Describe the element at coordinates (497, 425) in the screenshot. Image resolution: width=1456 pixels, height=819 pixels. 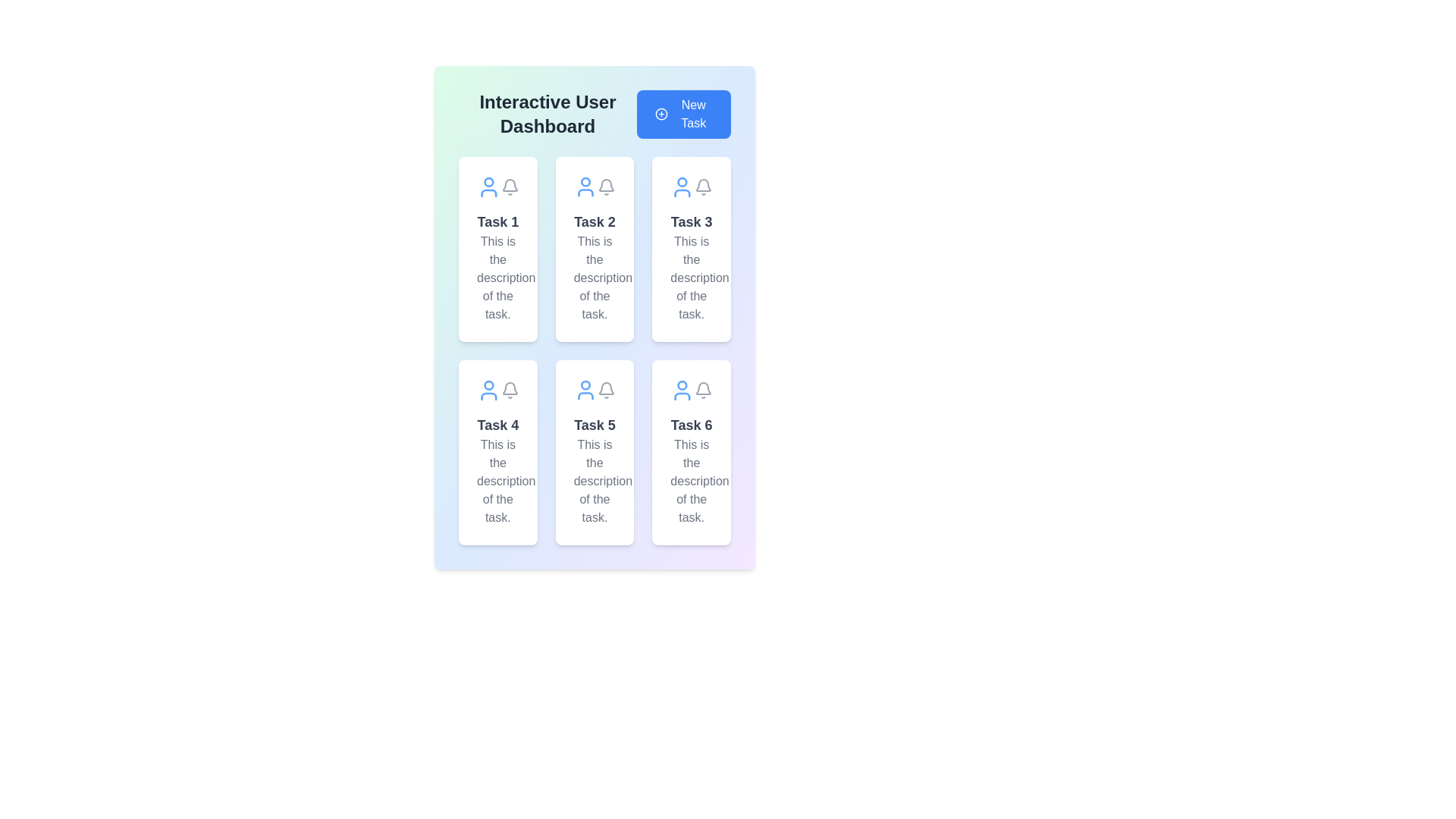
I see `the text element titled 'Task 4', which is styled with a bold gray font and is located within a card-like layout` at that location.